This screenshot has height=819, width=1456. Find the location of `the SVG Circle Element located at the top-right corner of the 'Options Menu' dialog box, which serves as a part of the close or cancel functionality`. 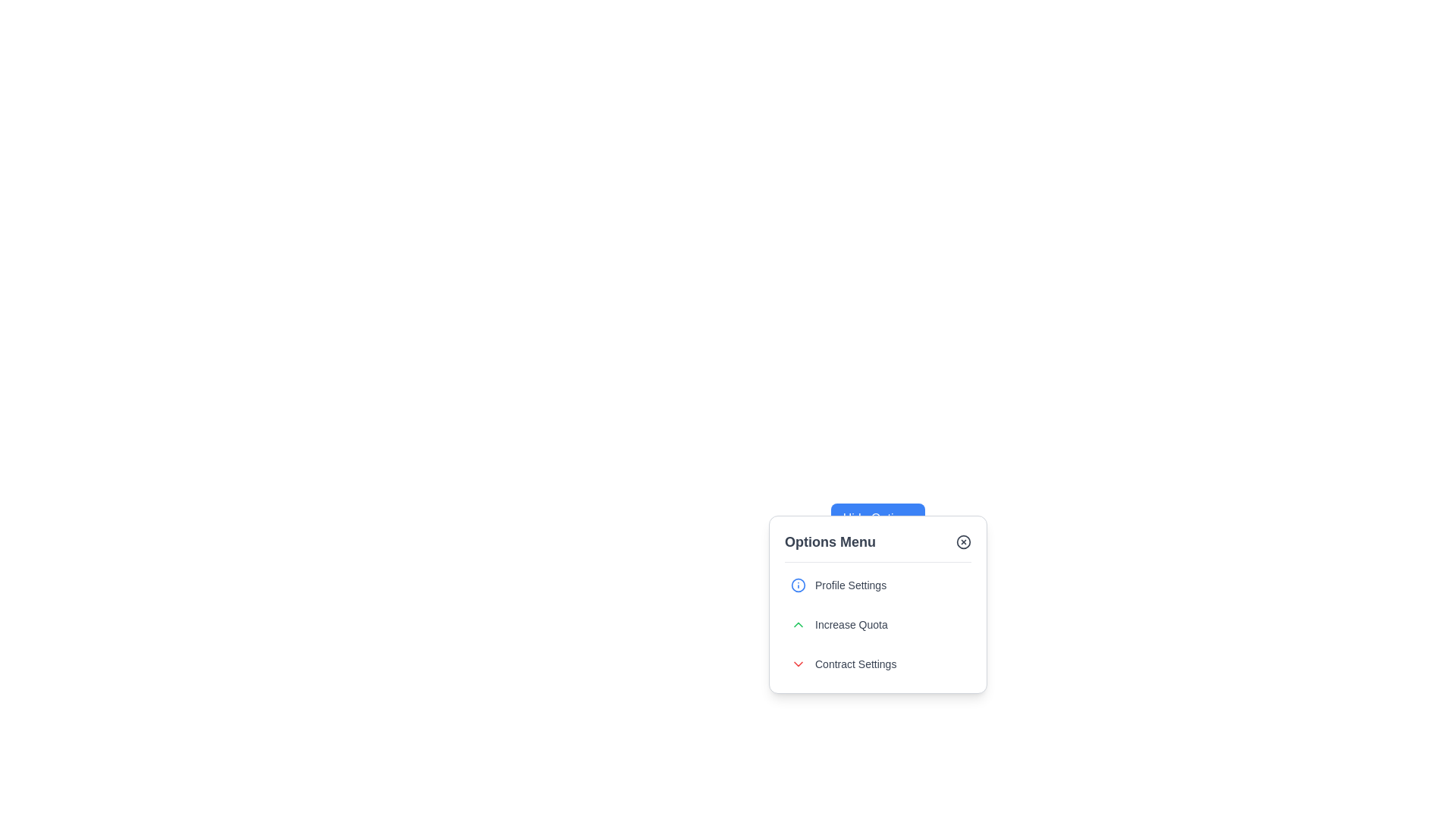

the SVG Circle Element located at the top-right corner of the 'Options Menu' dialog box, which serves as a part of the close or cancel functionality is located at coordinates (963, 541).